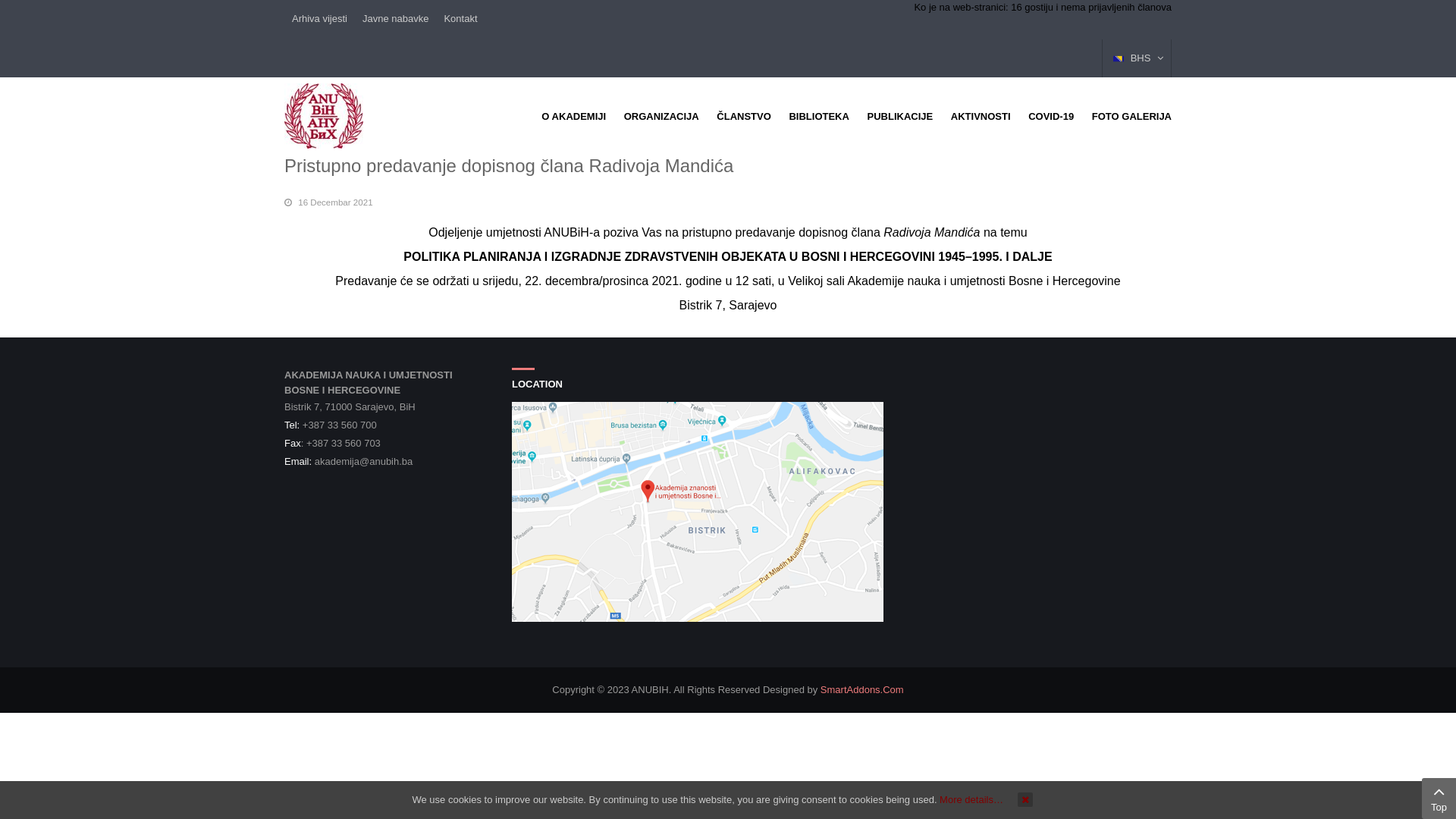 This screenshot has width=1456, height=819. What do you see at coordinates (395, 18) in the screenshot?
I see `'Javne nabavke'` at bounding box center [395, 18].